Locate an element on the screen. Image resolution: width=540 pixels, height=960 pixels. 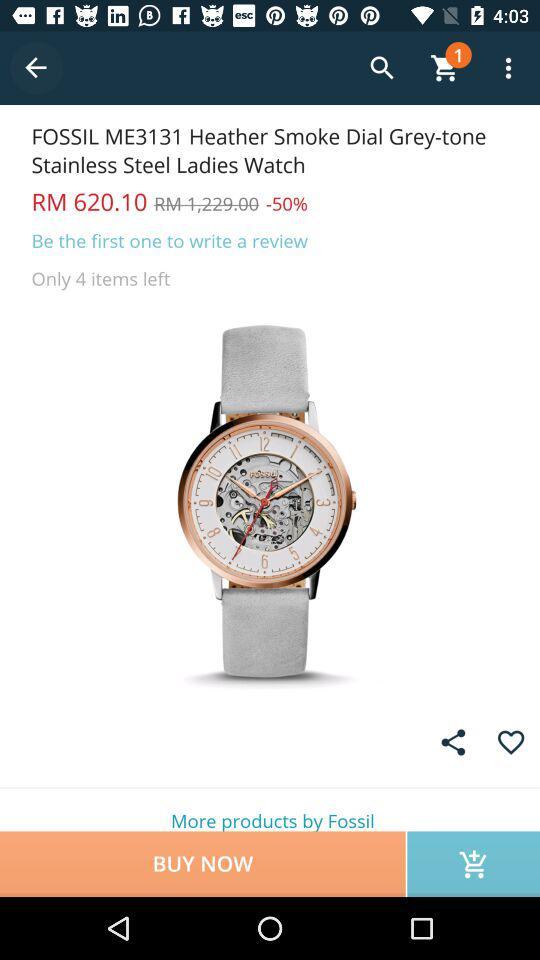
open image is located at coordinates (270, 500).